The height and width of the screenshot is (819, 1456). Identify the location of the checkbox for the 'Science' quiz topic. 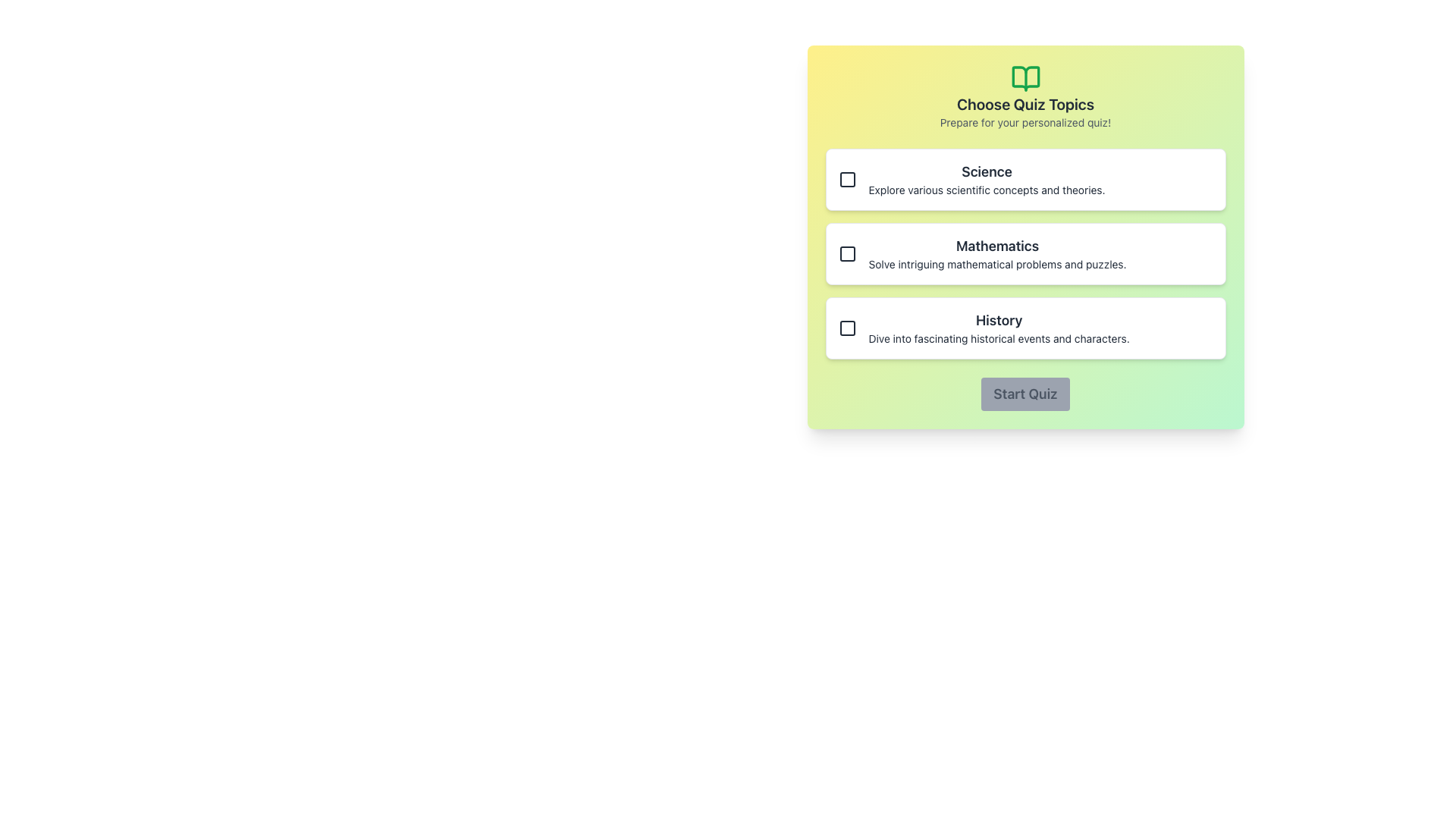
(846, 178).